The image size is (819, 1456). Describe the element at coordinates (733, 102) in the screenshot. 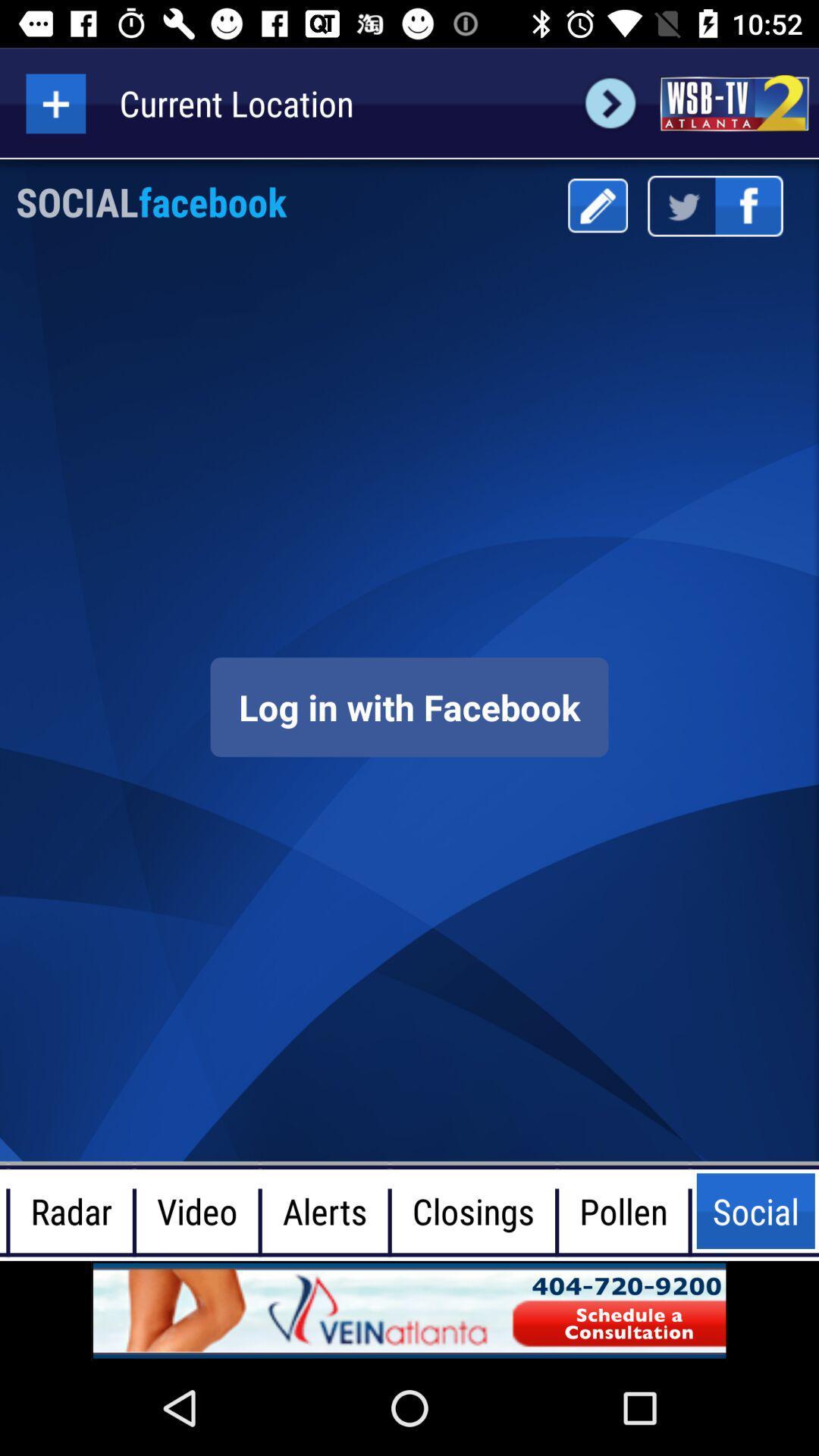

I see `advertisement link` at that location.